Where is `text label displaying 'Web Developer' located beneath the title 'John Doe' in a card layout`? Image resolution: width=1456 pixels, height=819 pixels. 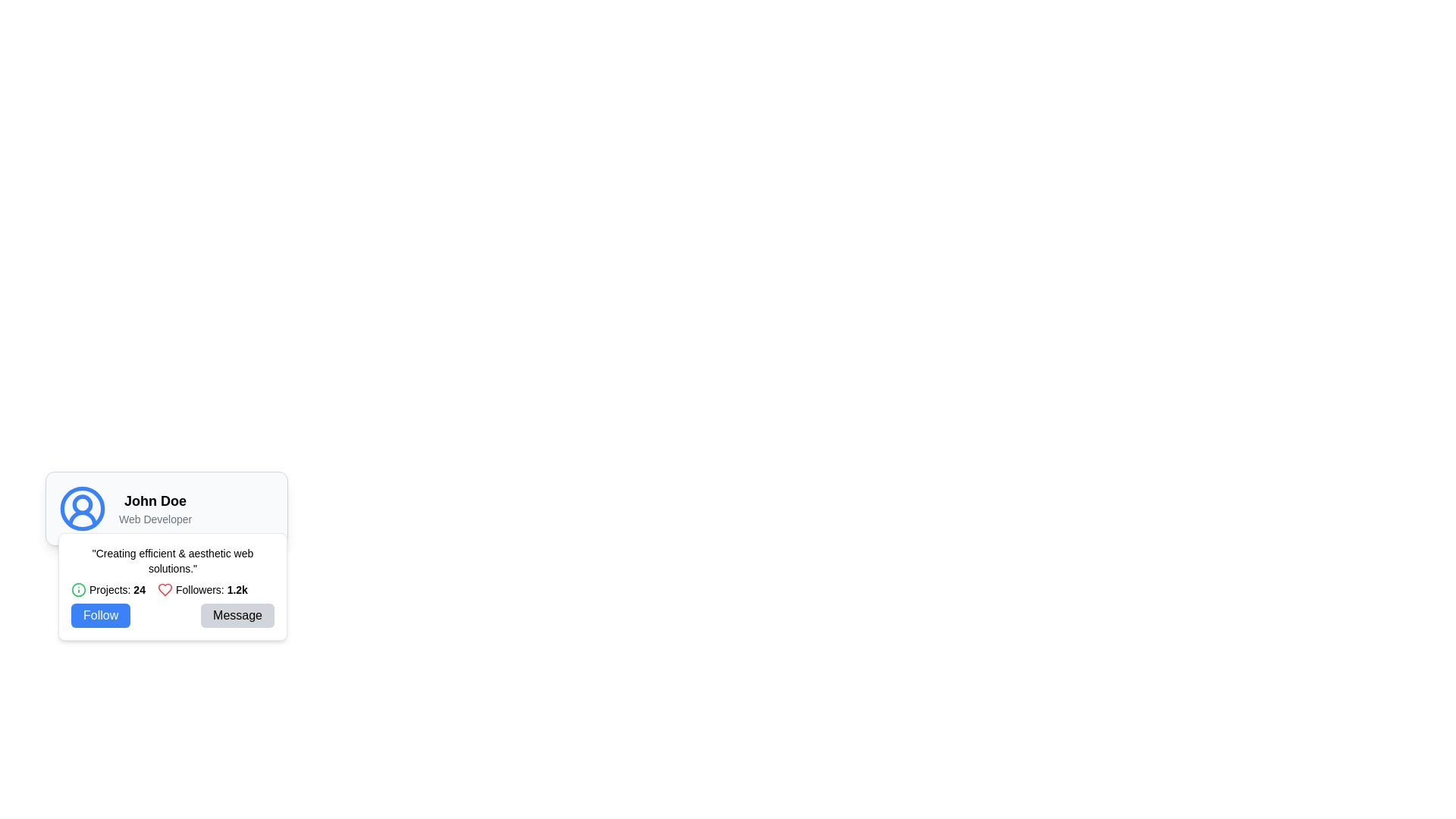
text label displaying 'Web Developer' located beneath the title 'John Doe' in a card layout is located at coordinates (155, 519).